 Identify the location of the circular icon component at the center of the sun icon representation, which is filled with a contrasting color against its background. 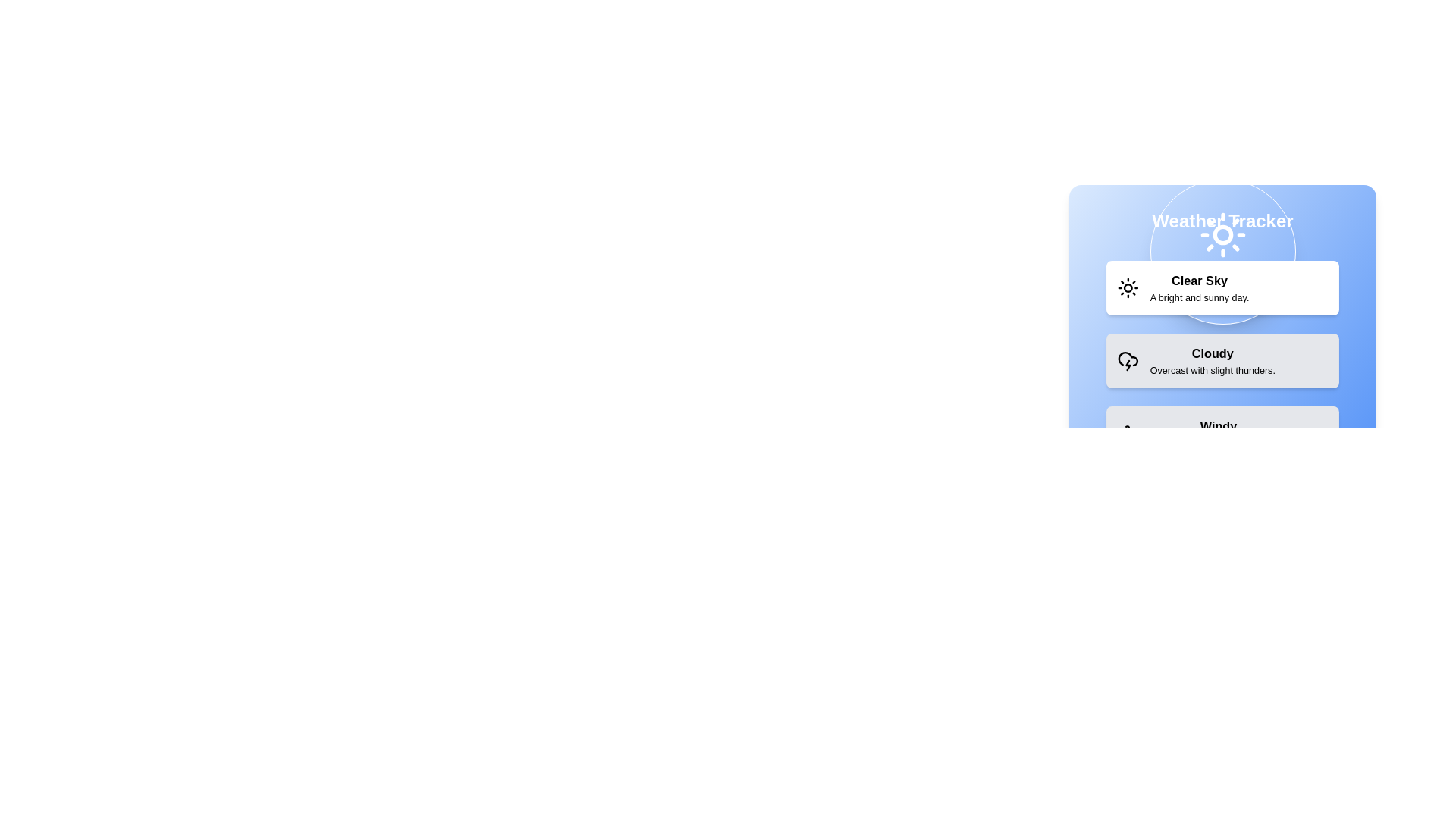
(1128, 288).